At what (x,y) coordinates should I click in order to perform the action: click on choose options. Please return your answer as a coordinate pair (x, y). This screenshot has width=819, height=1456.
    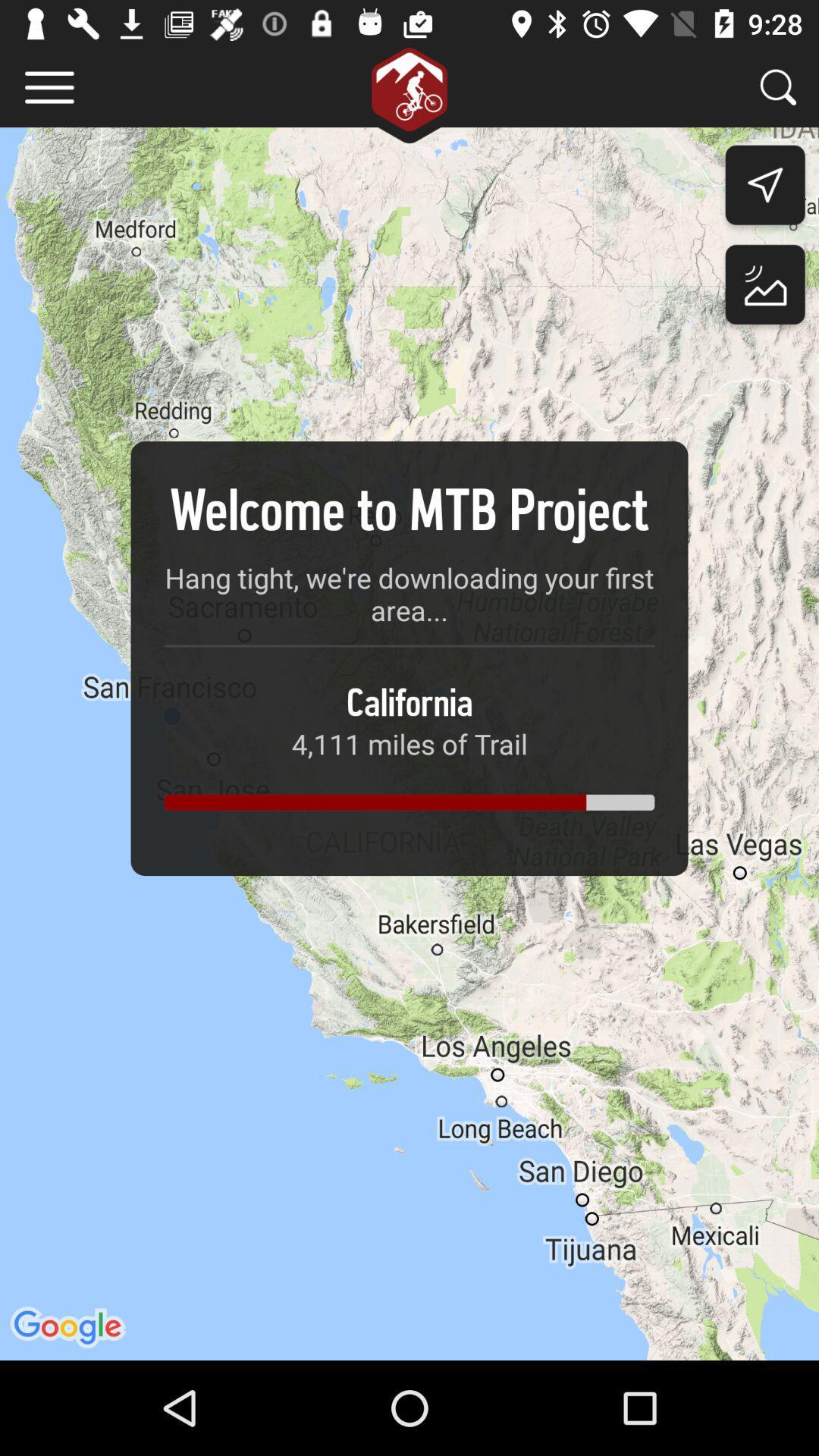
    Looking at the image, I should click on (49, 86).